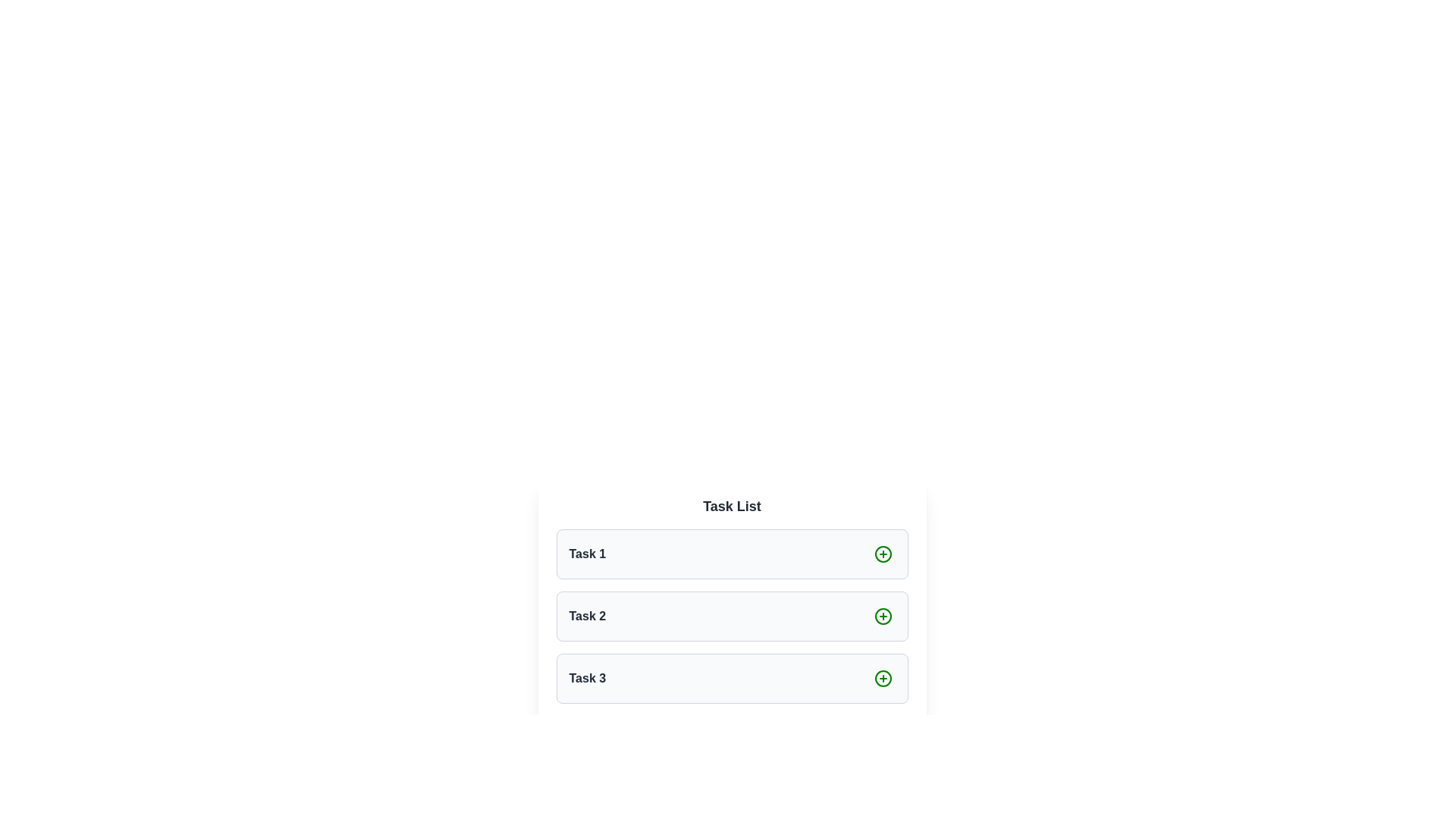 This screenshot has height=819, width=1456. What do you see at coordinates (883, 617) in the screenshot?
I see `the circular green '+' button located to the right of the 'Task 2' label` at bounding box center [883, 617].